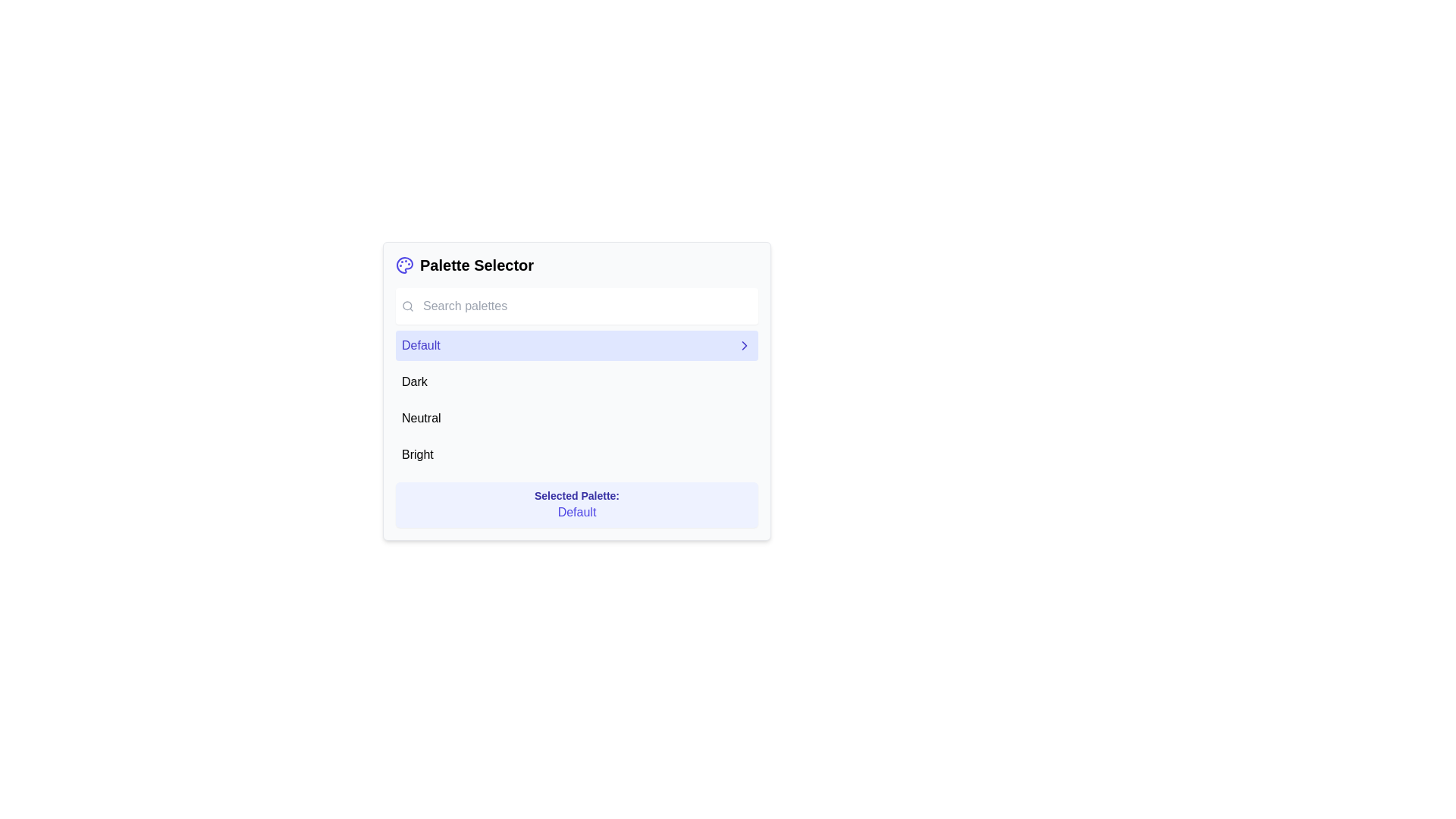  What do you see at coordinates (576, 306) in the screenshot?
I see `the search input field with the placeholder 'Search palettes' to focus on it` at bounding box center [576, 306].